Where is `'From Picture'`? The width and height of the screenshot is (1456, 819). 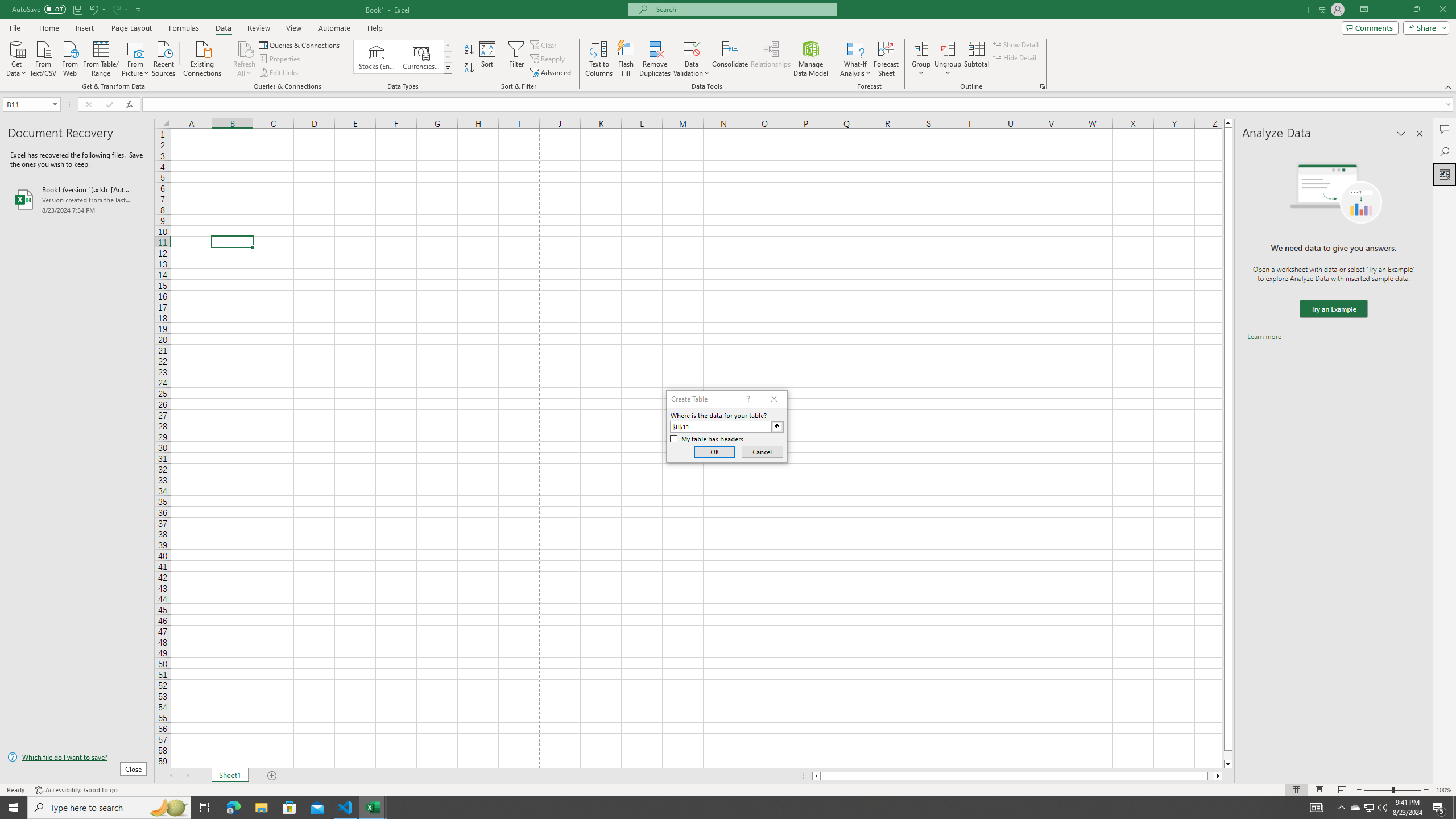 'From Picture' is located at coordinates (136, 57).